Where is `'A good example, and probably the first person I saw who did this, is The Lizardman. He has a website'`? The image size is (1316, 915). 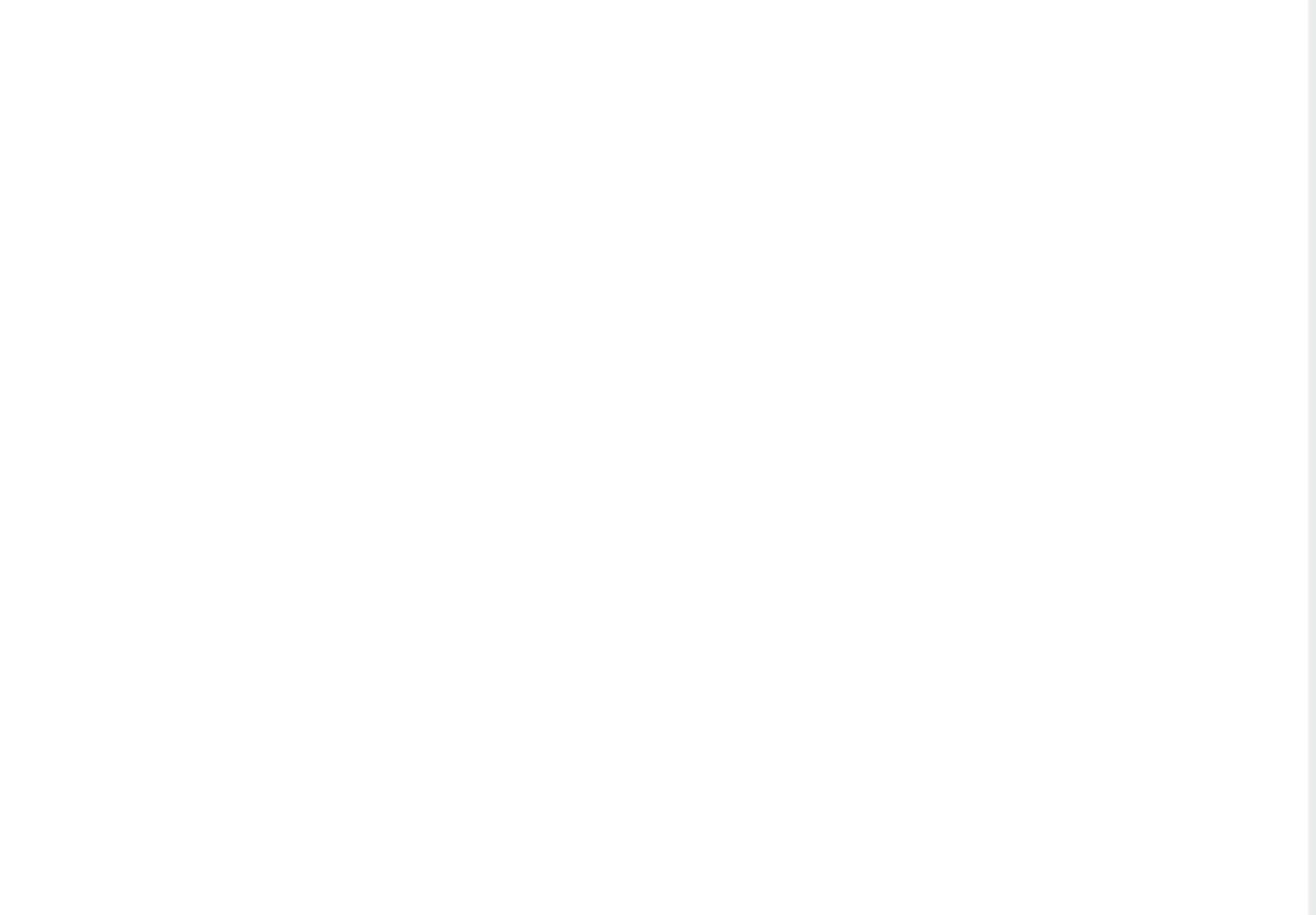
'A good example, and probably the first person I saw who did this, is The Lizardman. He has a website' is located at coordinates (36, 637).